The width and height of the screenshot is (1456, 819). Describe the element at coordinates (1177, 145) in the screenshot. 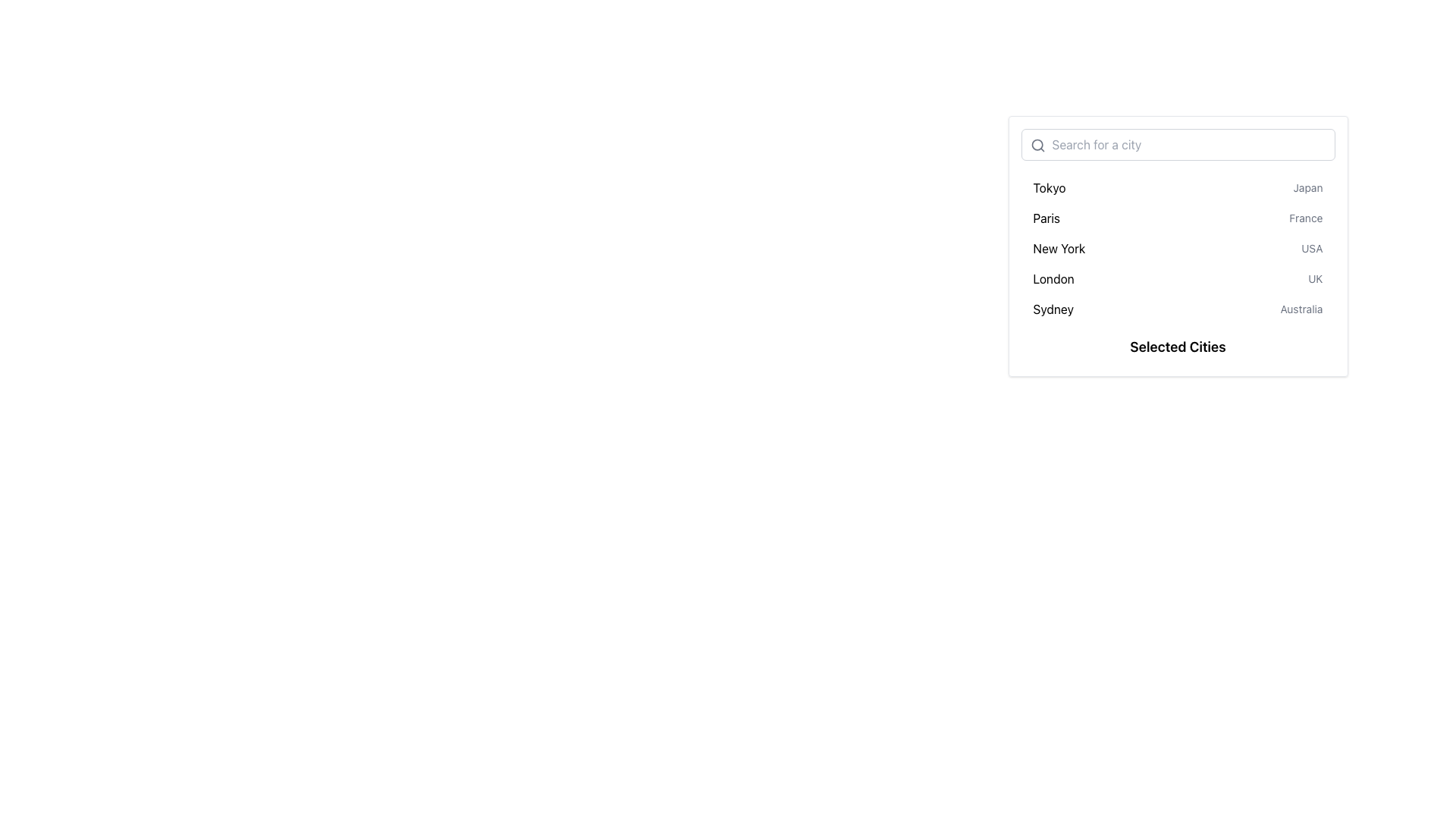

I see `the search bar input field to focus, allowing the user to type in search queries for specific cities` at that location.